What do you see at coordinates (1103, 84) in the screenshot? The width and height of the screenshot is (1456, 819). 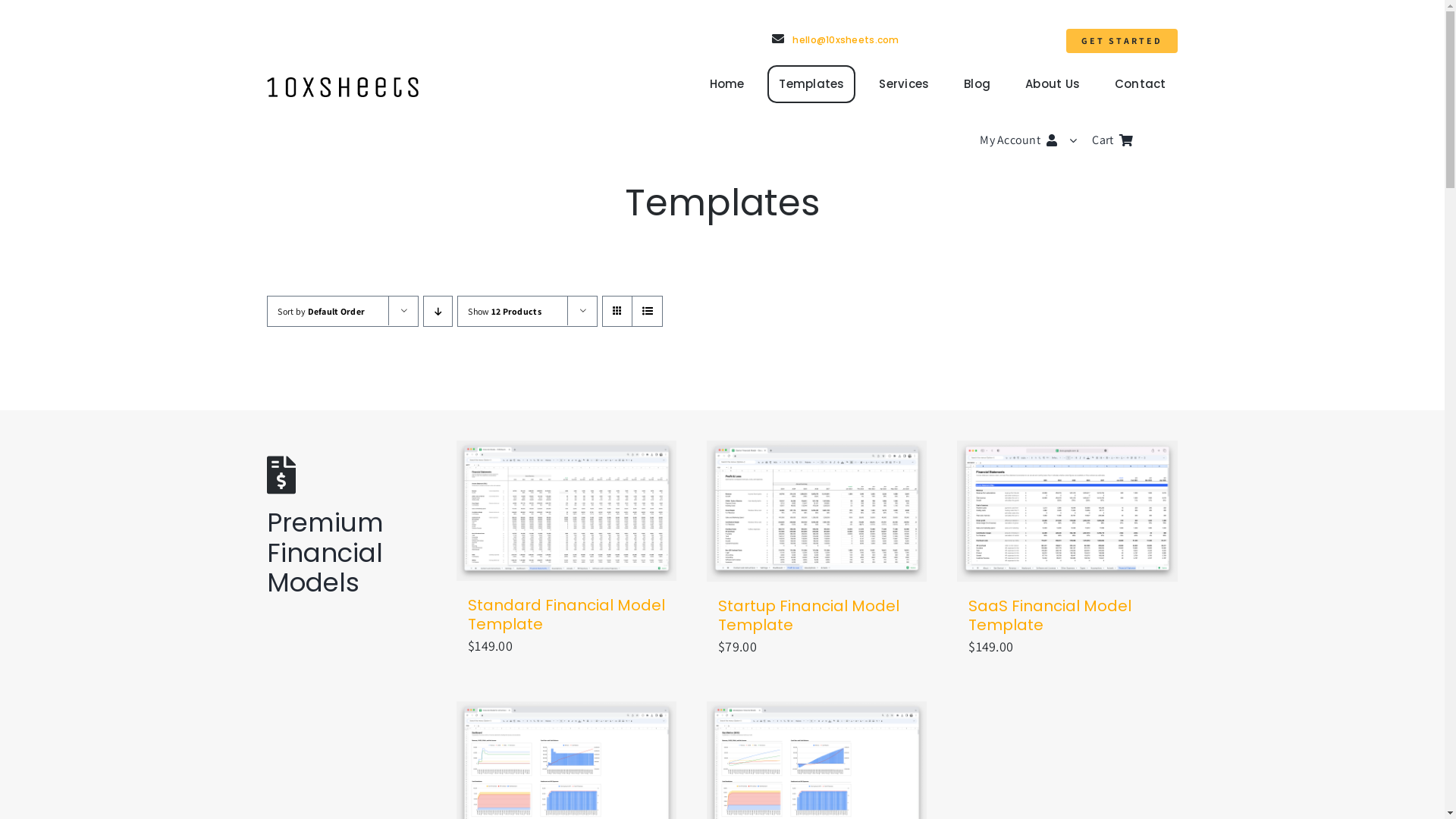 I see `'Contact'` at bounding box center [1103, 84].